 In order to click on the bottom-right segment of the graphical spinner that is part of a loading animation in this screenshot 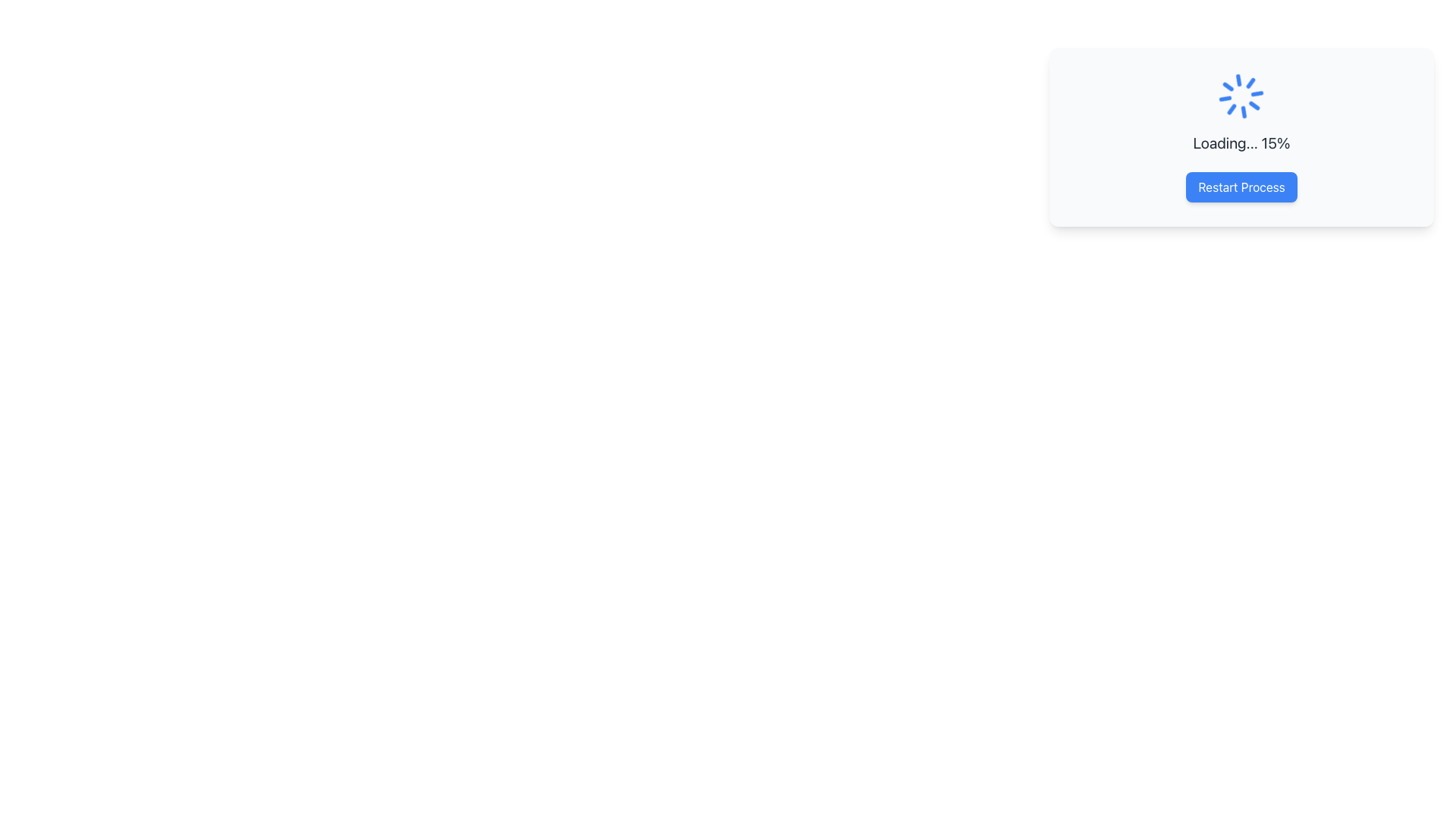, I will do `click(1227, 89)`.